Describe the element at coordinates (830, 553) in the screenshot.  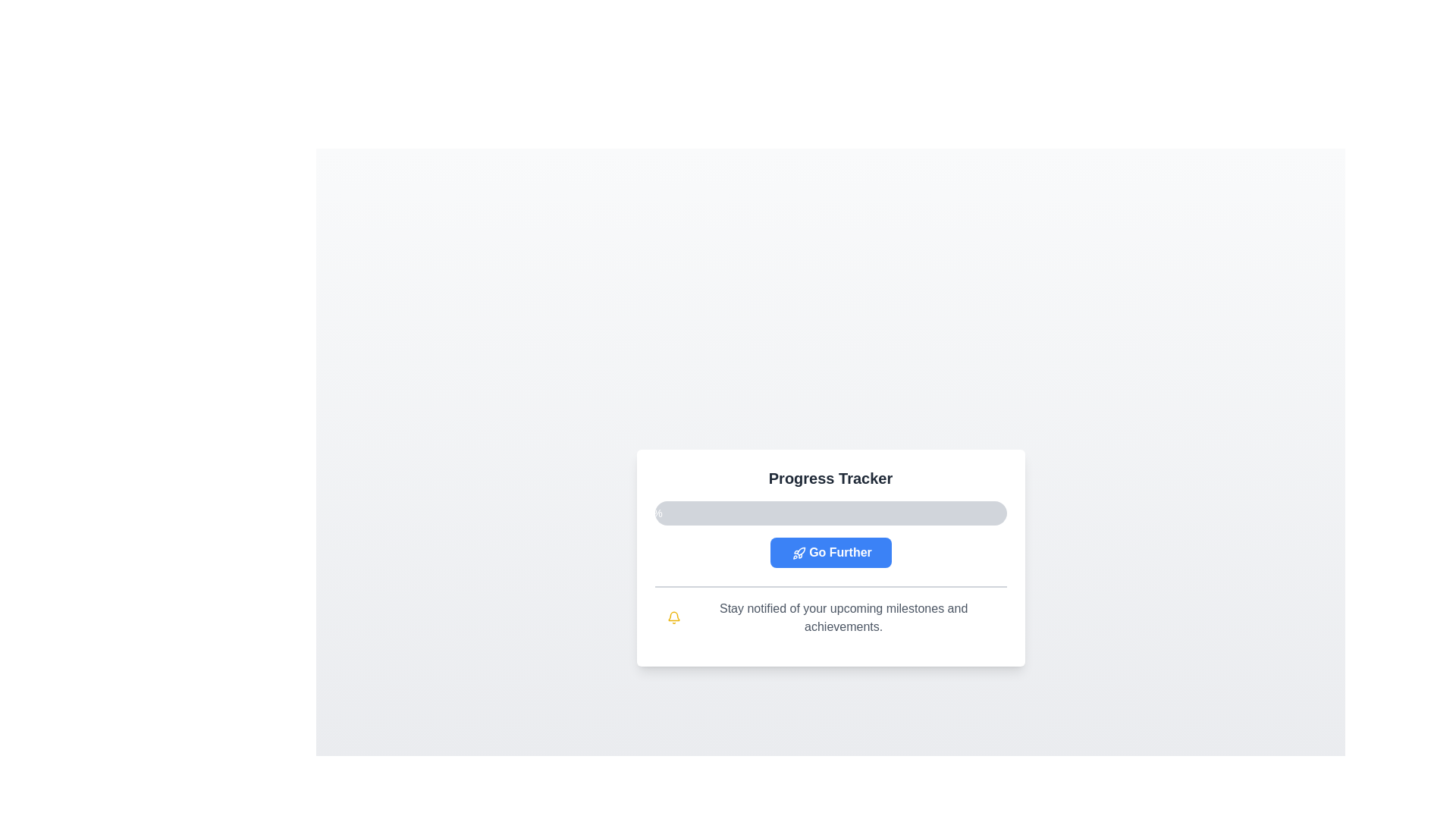
I see `the 'Go Further' button, which is a blue rectangular button with white text and a rocket icon` at that location.